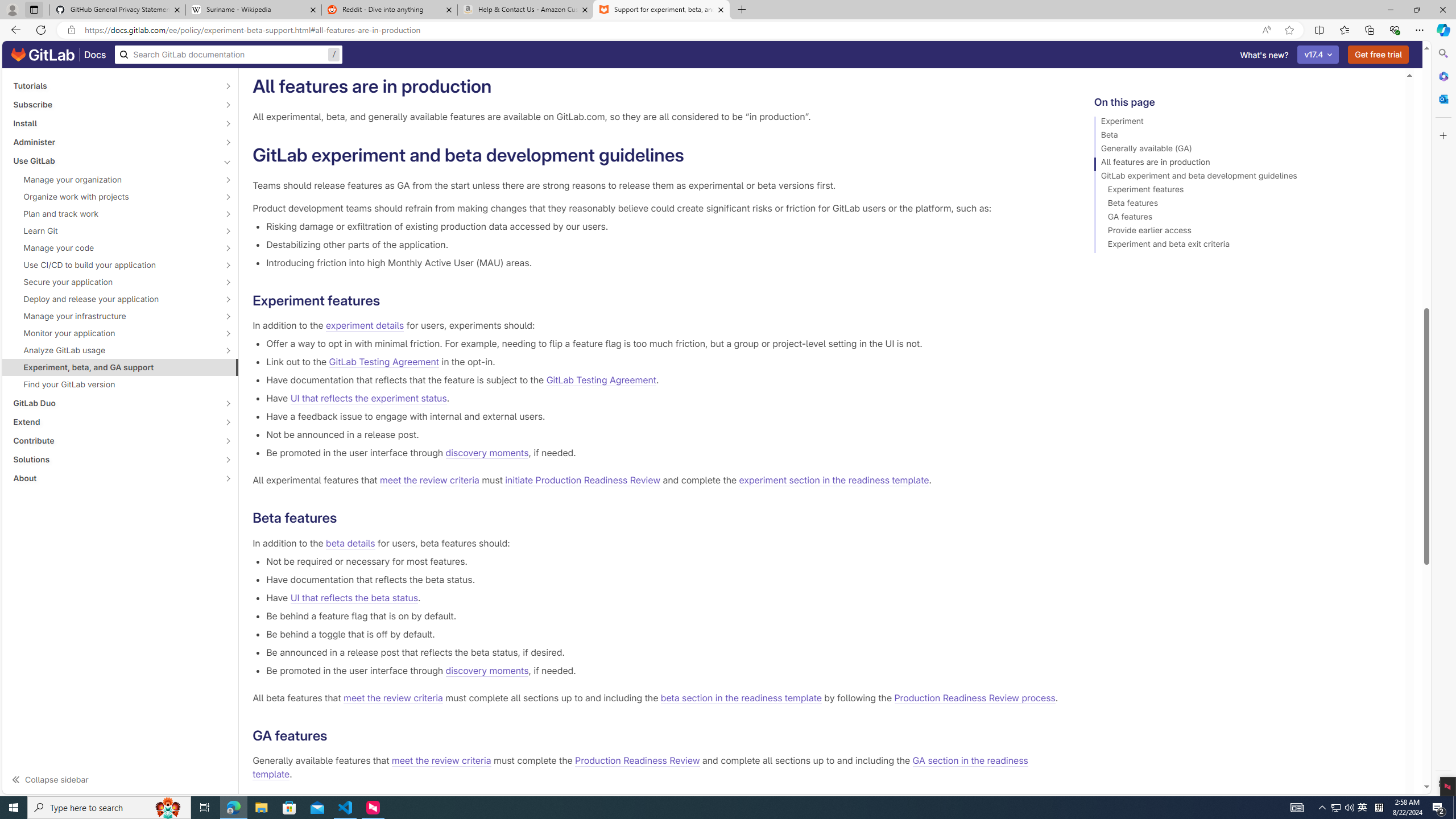  I want to click on 'experiment details', so click(365, 325).